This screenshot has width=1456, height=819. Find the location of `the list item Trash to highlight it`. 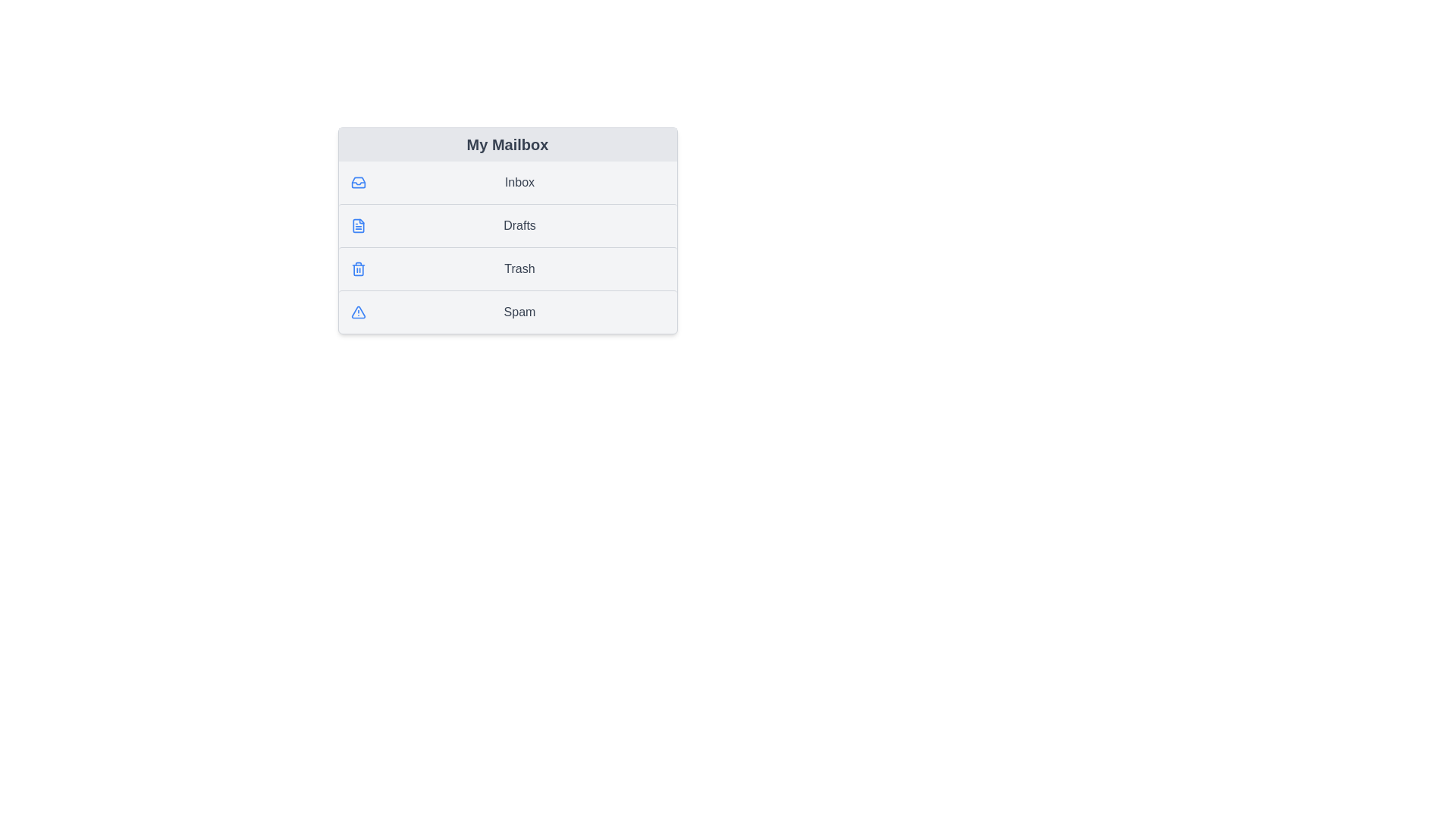

the list item Trash to highlight it is located at coordinates (507, 268).